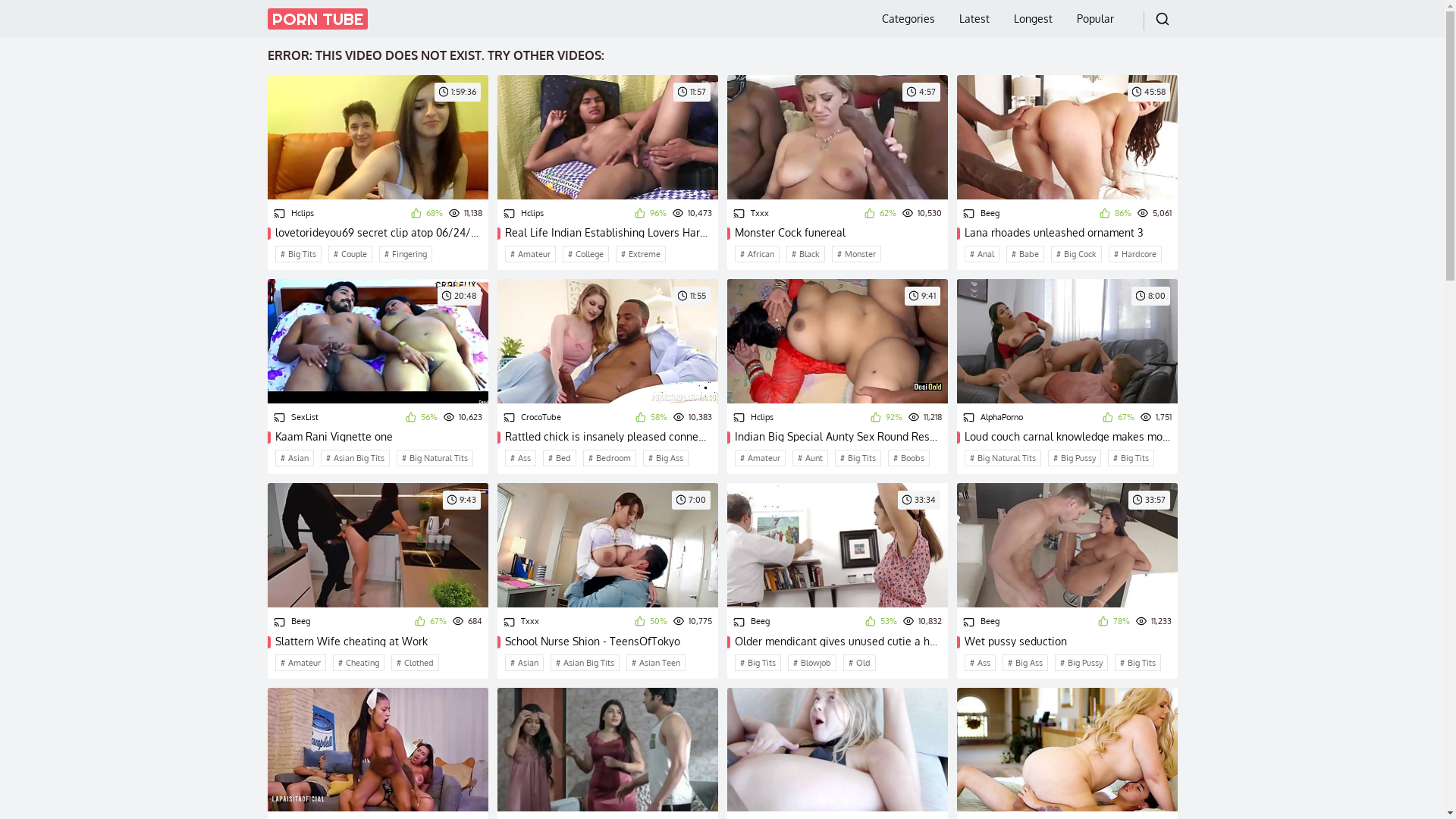  Describe the element at coordinates (377, 233) in the screenshot. I see `'lovetorideyou69 secret clip atop 06/24/2015 from chaturbate'` at that location.